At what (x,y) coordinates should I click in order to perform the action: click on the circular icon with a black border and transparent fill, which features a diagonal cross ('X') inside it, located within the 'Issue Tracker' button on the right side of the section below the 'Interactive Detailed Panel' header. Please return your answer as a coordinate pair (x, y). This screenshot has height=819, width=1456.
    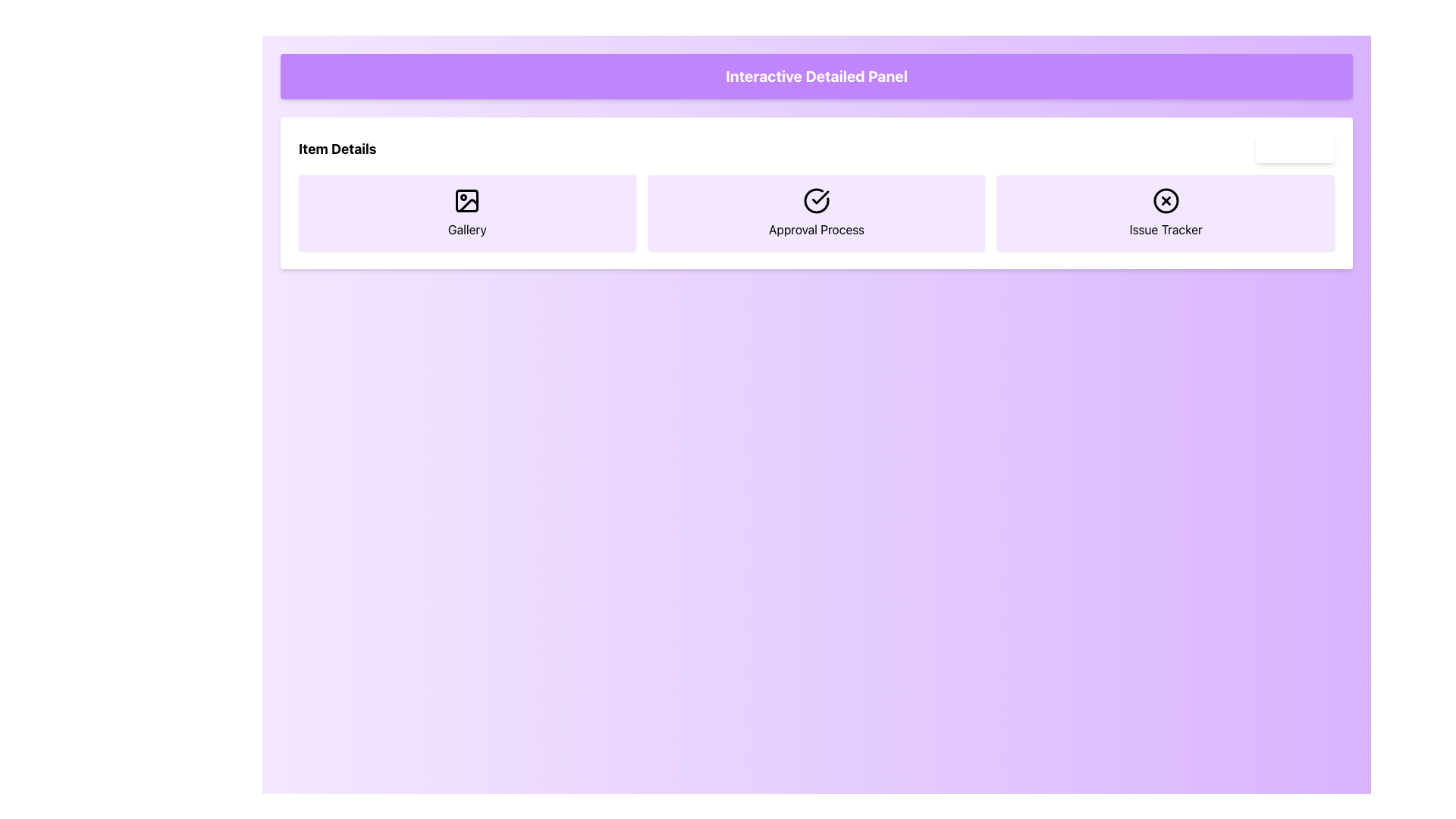
    Looking at the image, I should click on (1165, 200).